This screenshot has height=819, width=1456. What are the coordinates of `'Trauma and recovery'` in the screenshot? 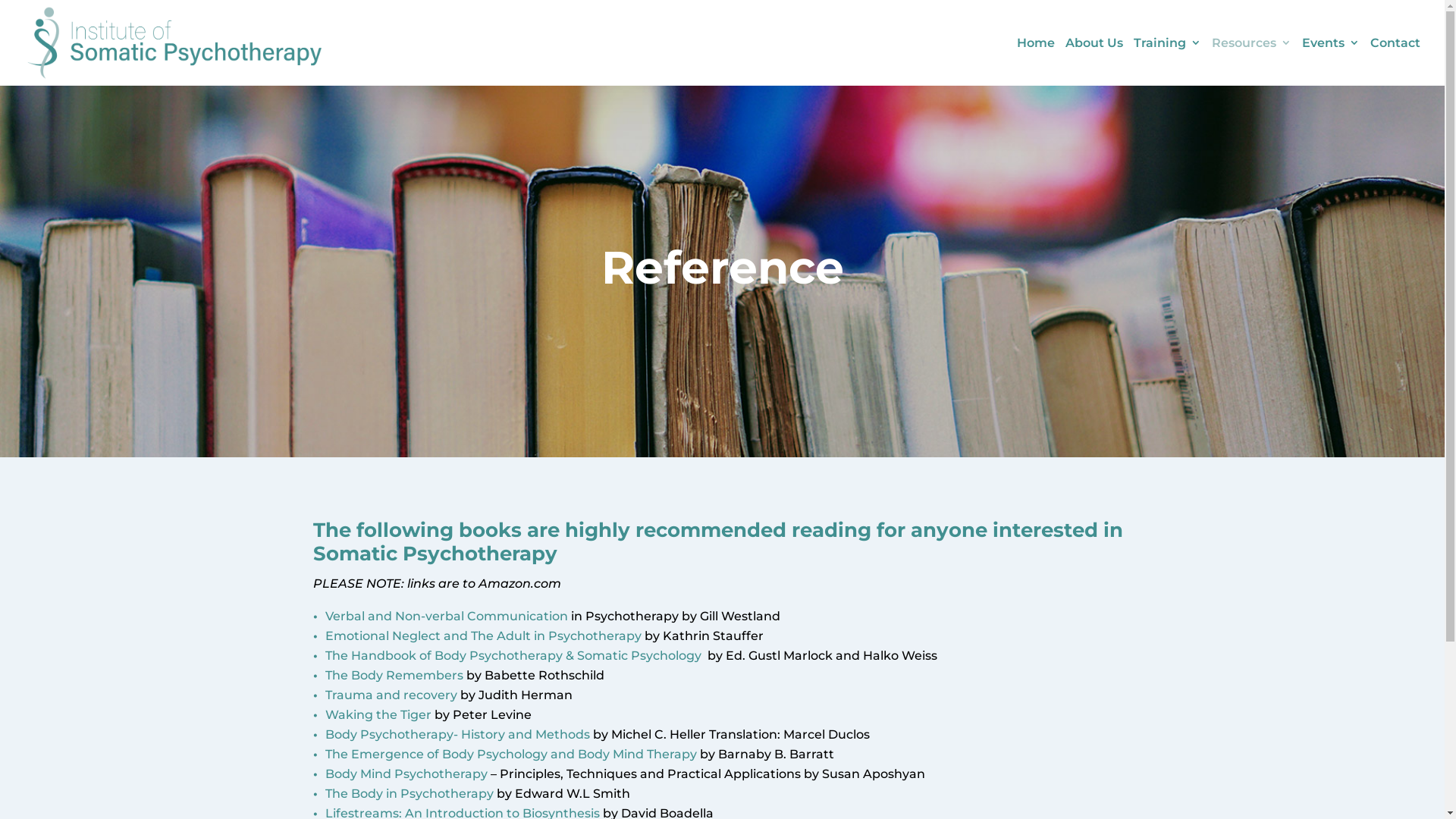 It's located at (390, 695).